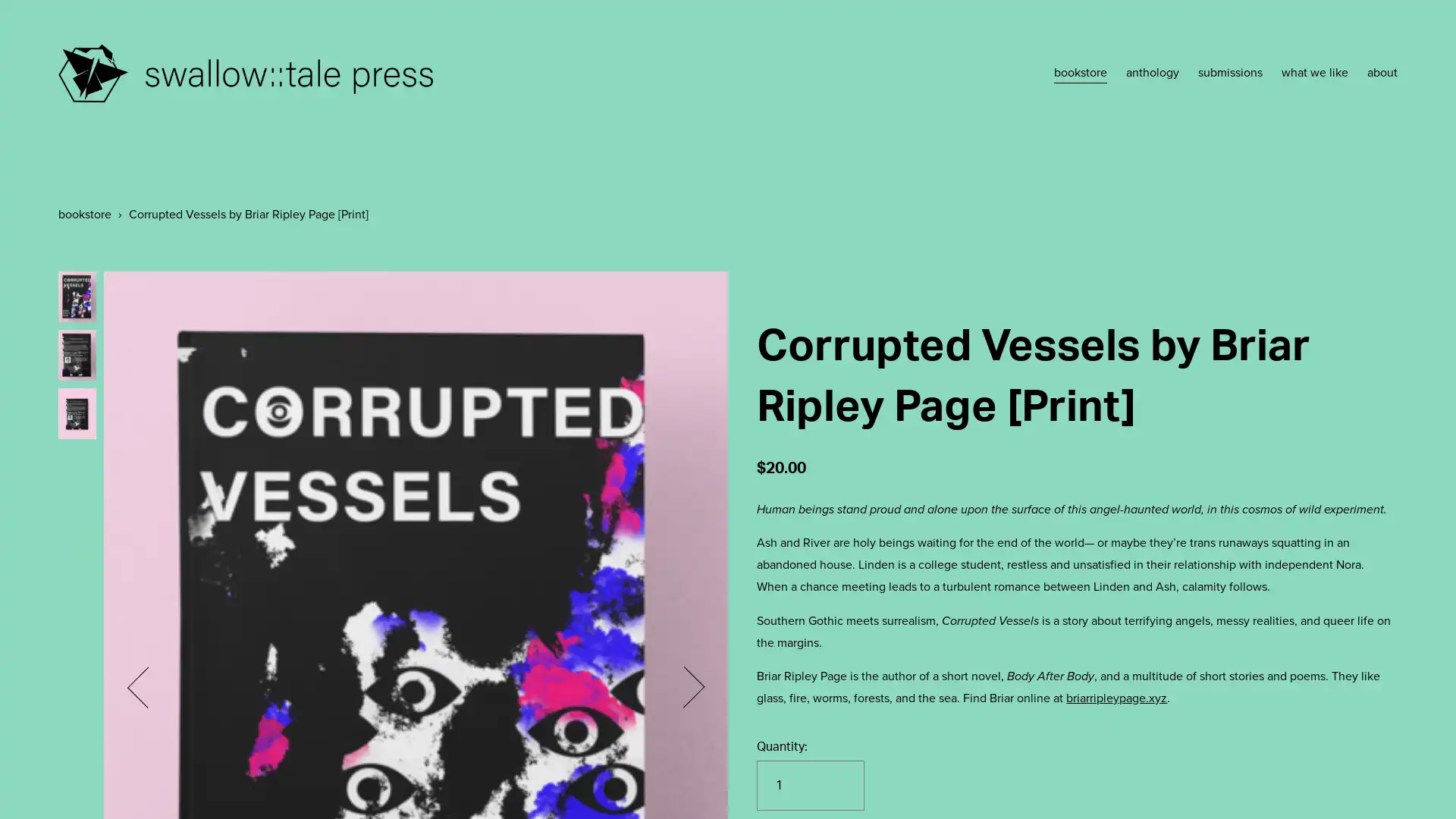 This screenshot has height=819, width=1456. I want to click on Image 1 of 3, so click(75, 296).